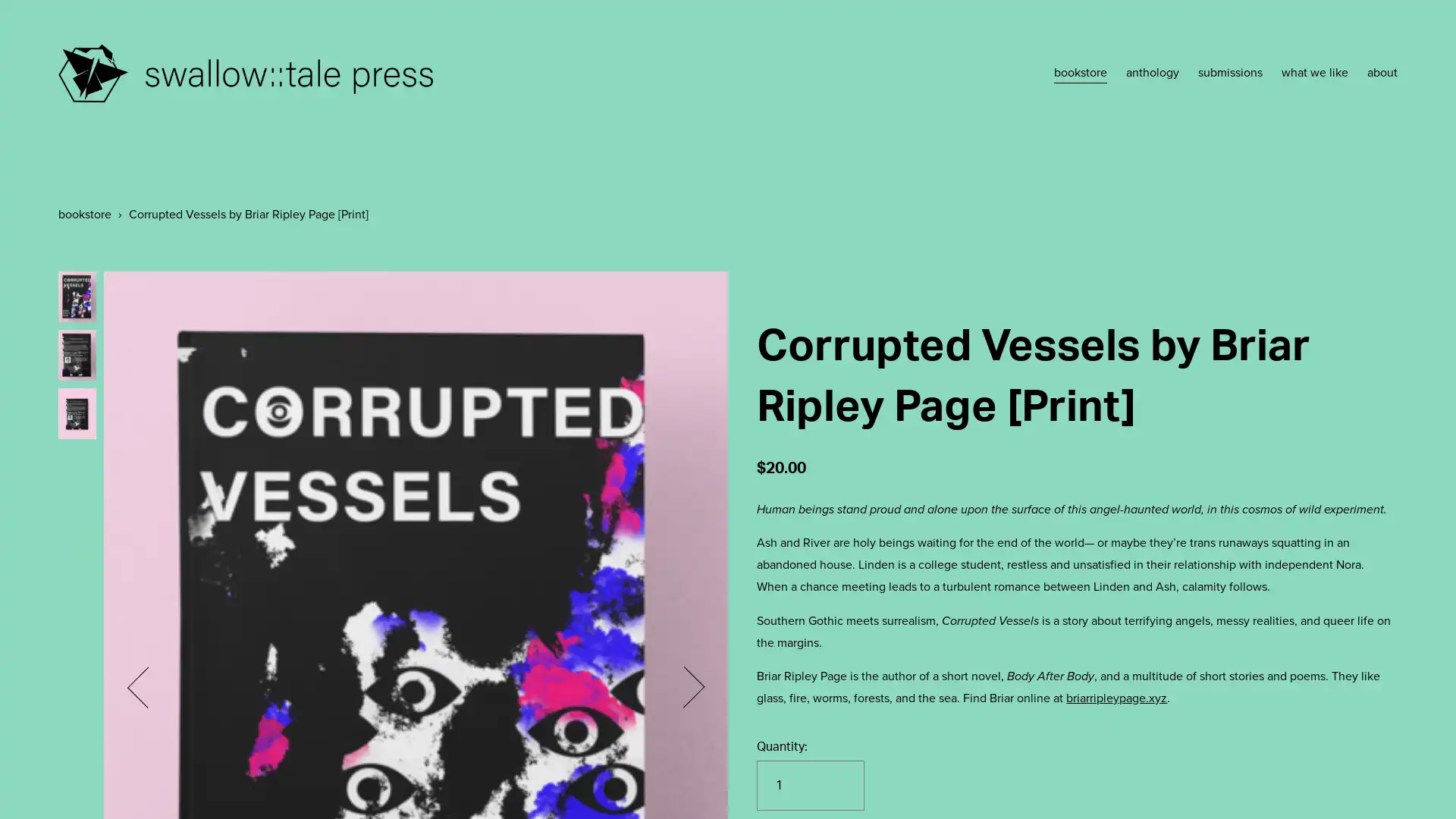 This screenshot has height=819, width=1456. I want to click on Image 1 of 3, so click(75, 296).